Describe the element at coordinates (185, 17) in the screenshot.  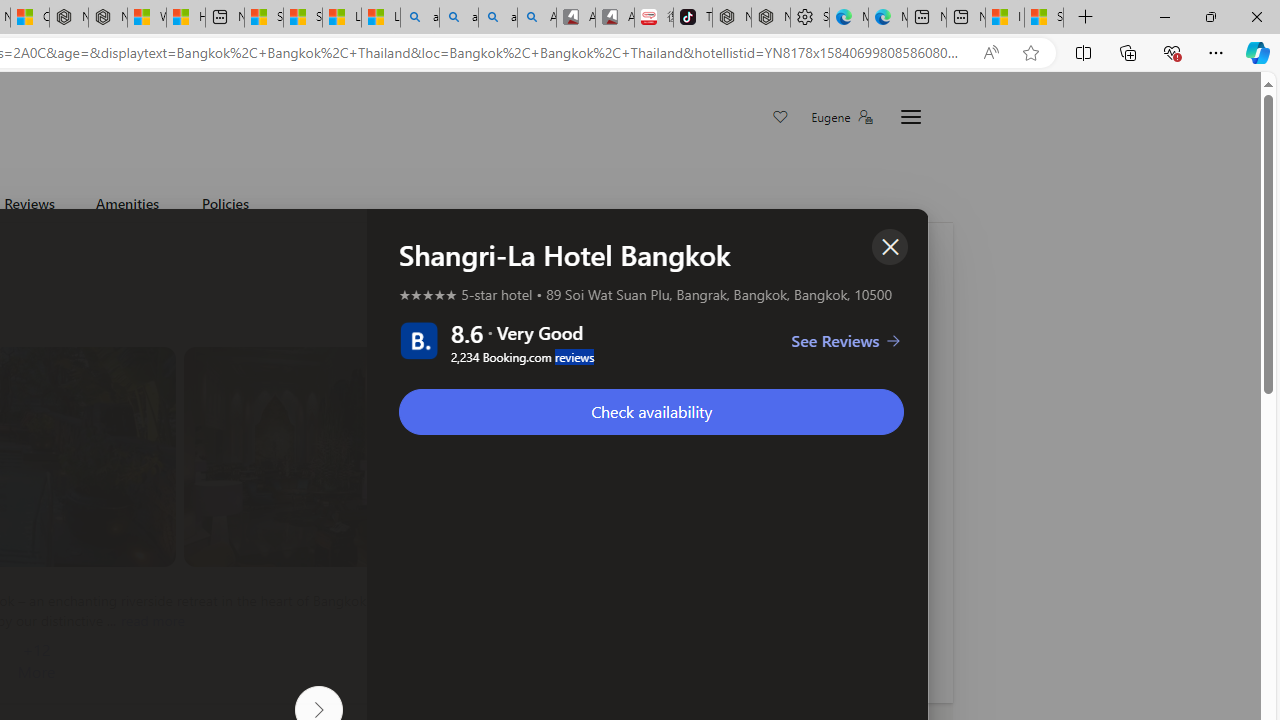
I see `'Huge shark washes ashore at New York City beach | Watch'` at that location.